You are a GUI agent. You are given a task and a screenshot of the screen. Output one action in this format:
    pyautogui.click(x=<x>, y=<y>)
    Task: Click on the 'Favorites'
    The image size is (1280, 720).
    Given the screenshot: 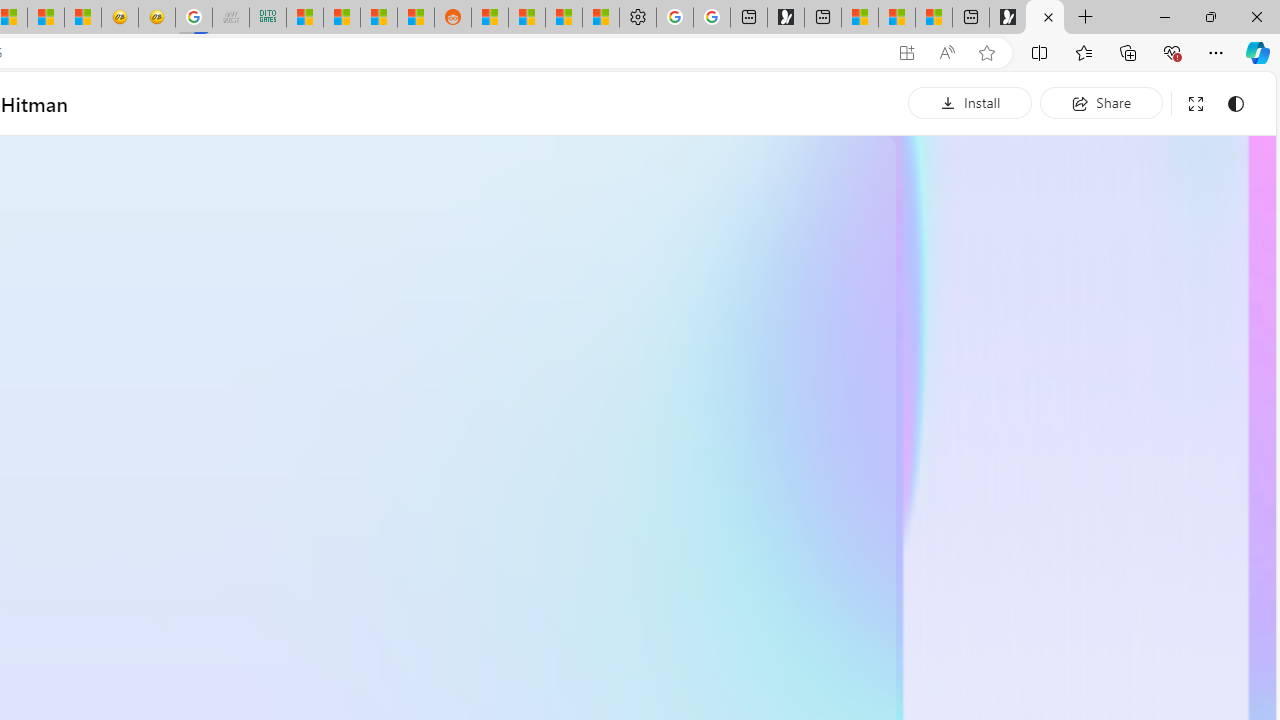 What is the action you would take?
    pyautogui.click(x=1082, y=51)
    